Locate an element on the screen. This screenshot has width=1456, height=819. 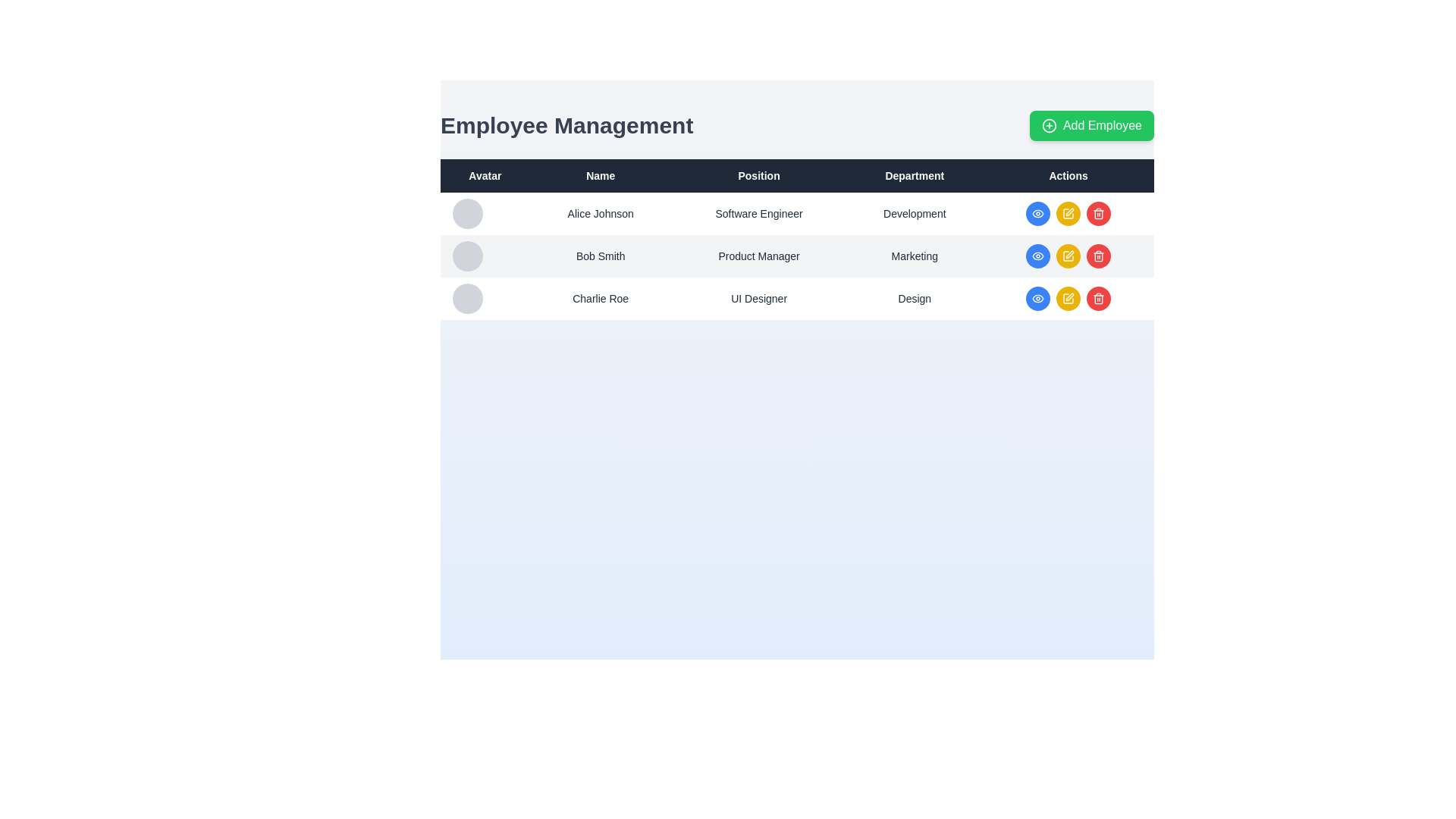
the circular green icon with a plus sign located to the left of the 'Add Employee' button to initiate the add employee action is located at coordinates (1048, 124).